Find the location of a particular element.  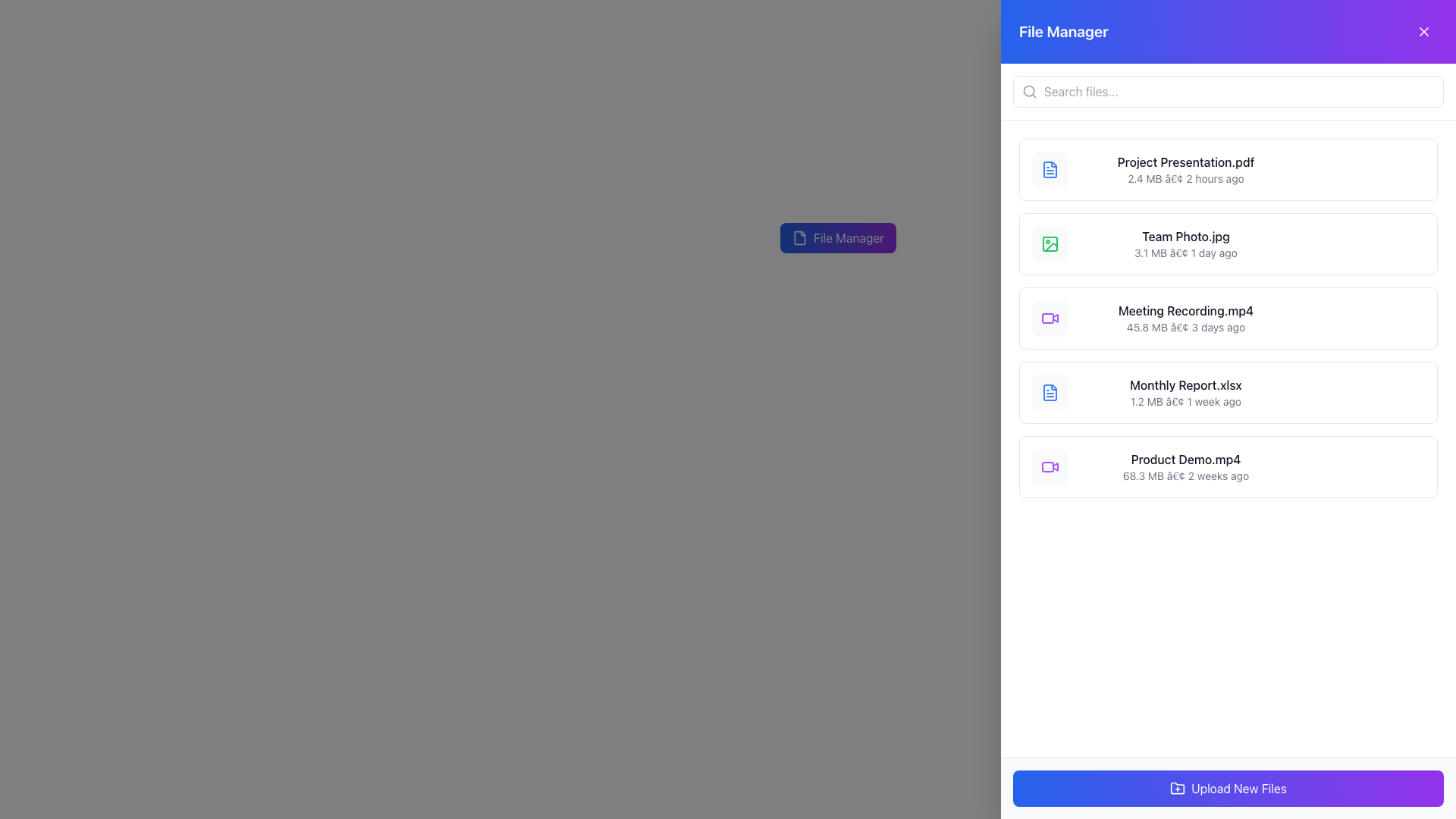

the file icon representing 'Project Presentation.pdf' to change its background color is located at coordinates (1050, 169).